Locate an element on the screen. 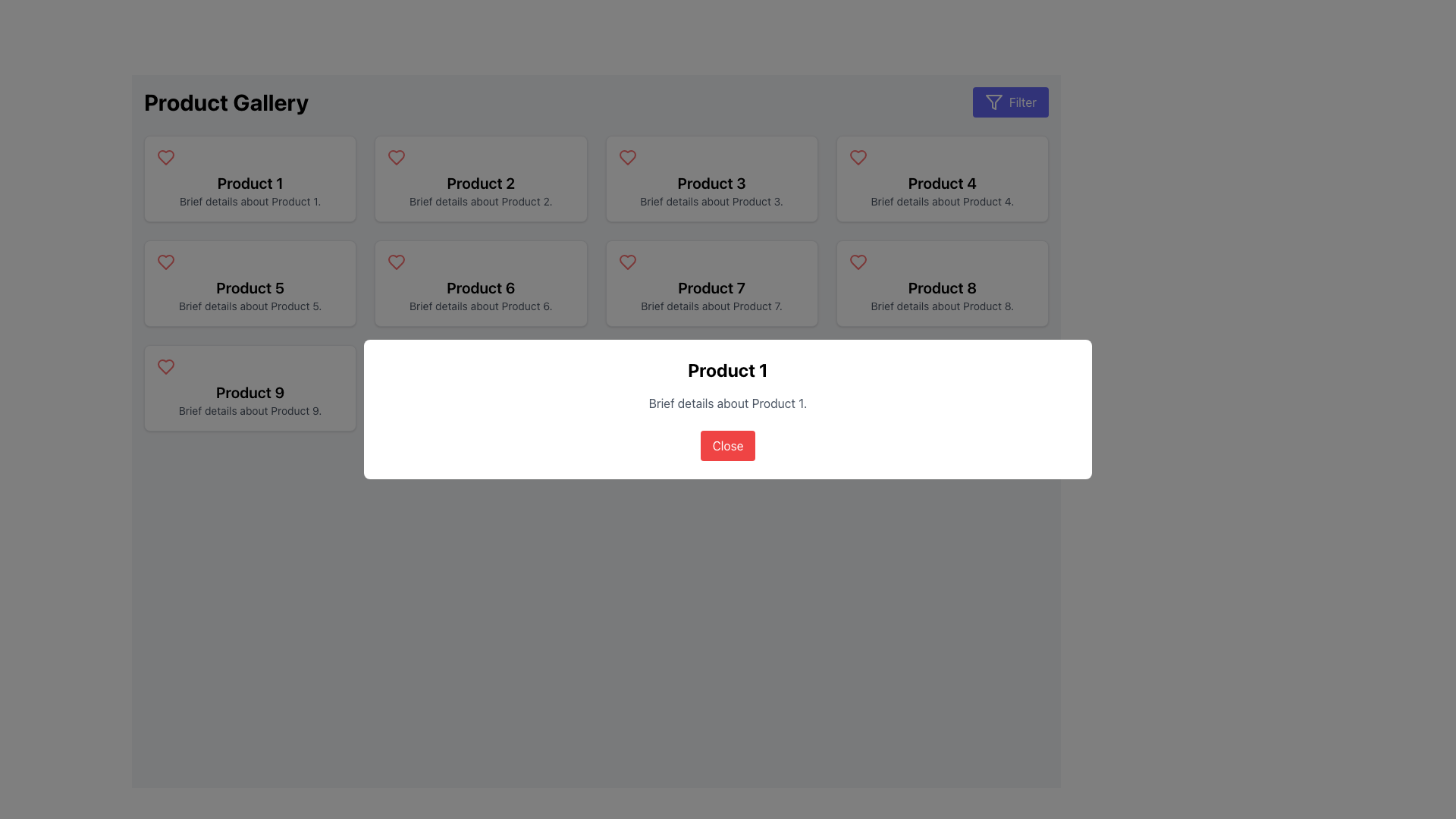 The width and height of the screenshot is (1456, 819). the static text element labeled 'Product 5', which serves as the title for the item in the second row and first column of the grid layout is located at coordinates (250, 288).